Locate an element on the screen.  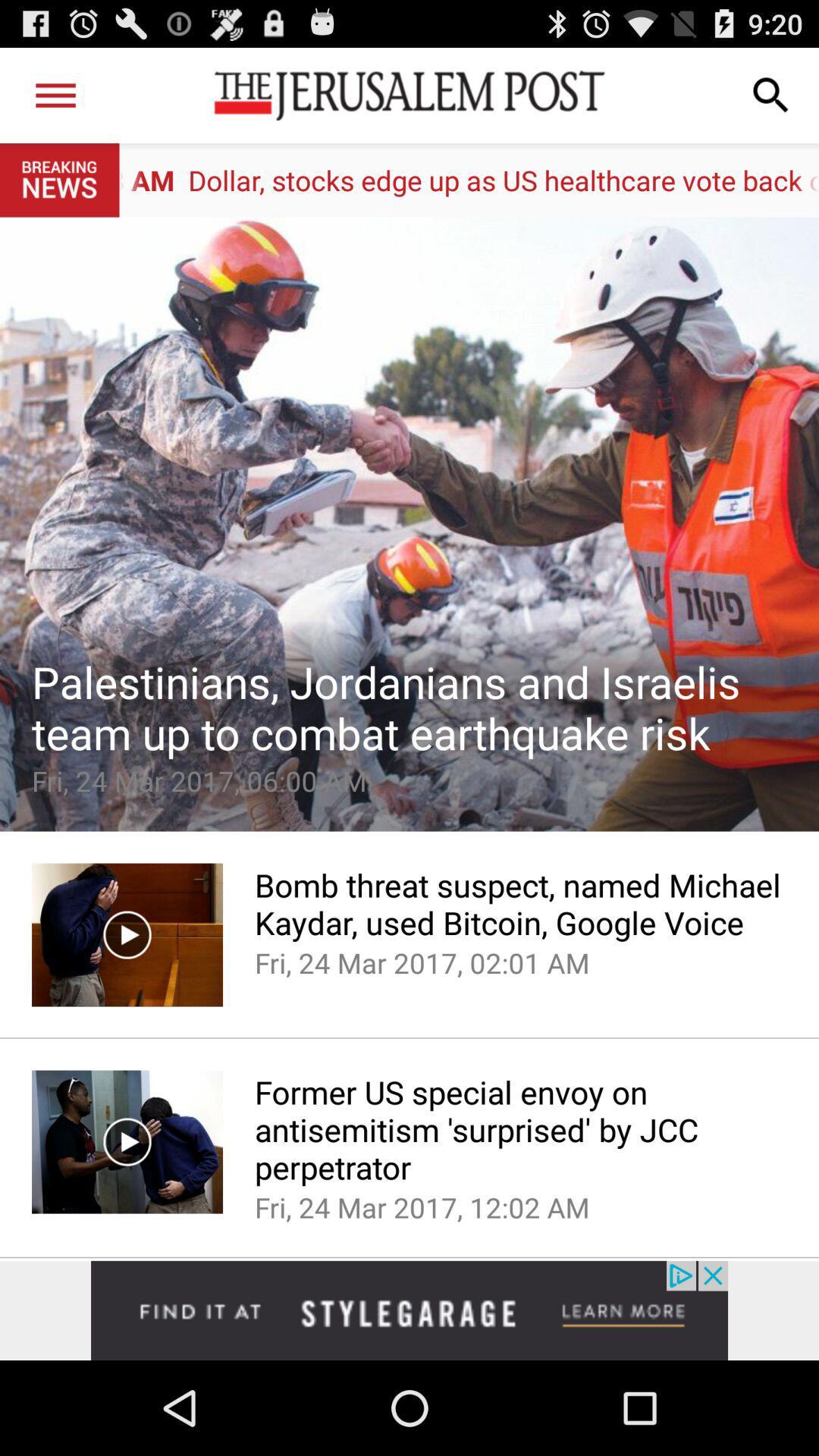
open the article is located at coordinates (409, 524).